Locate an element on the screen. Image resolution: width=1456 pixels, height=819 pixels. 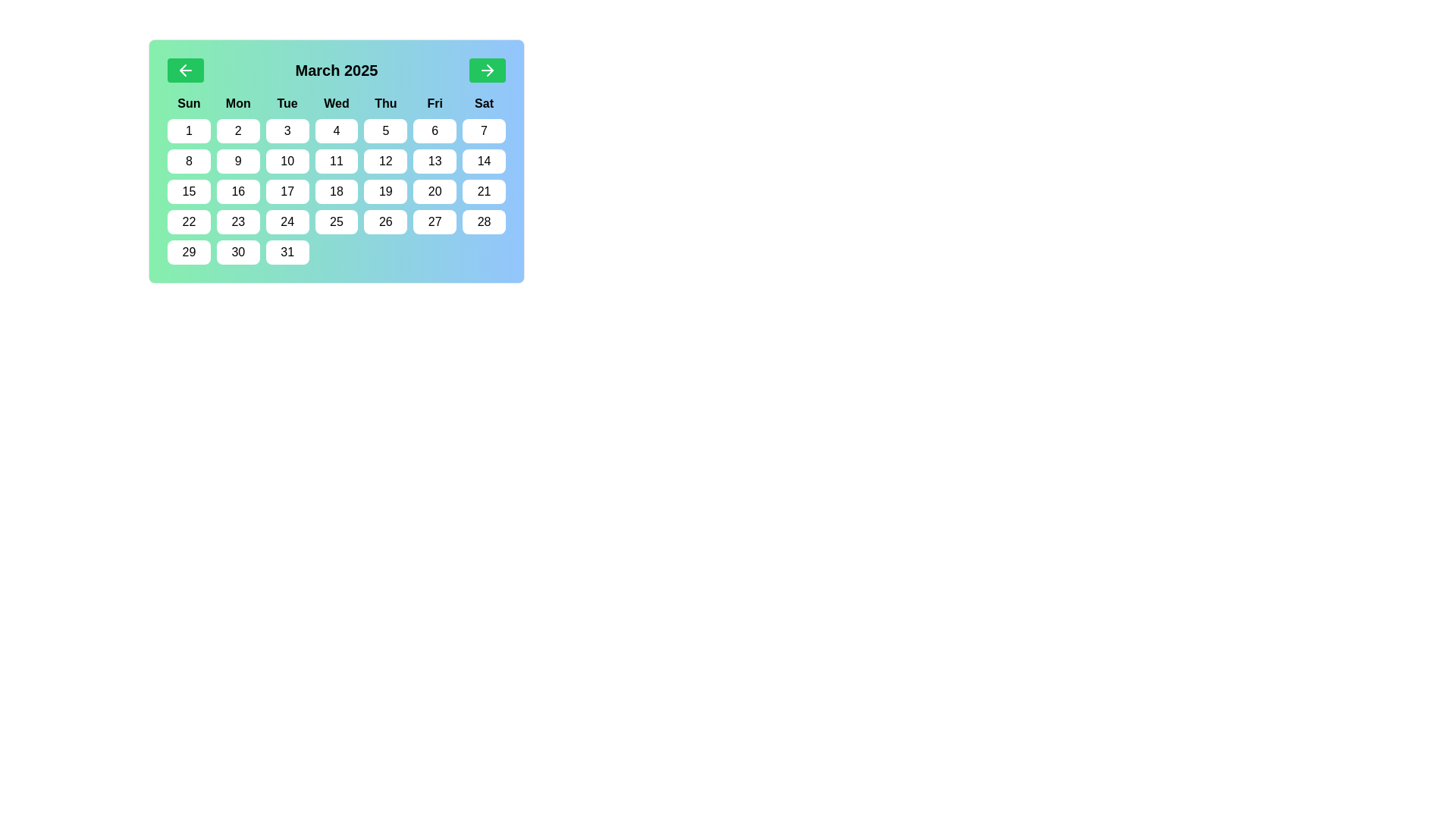
the calendar date button '7' located in the first row and last column under the 'Sat' header is located at coordinates (483, 130).